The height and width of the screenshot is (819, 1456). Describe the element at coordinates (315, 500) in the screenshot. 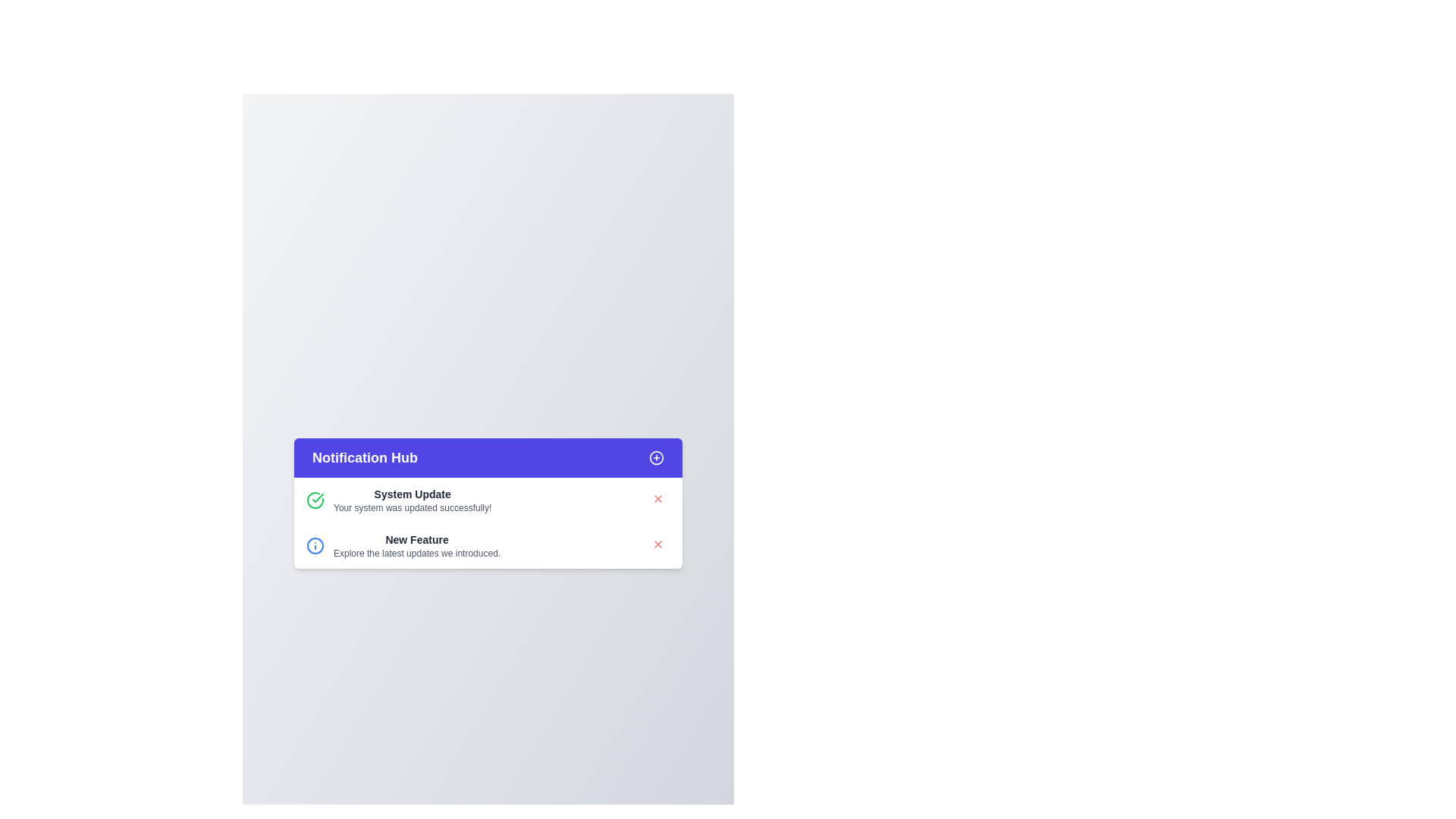

I see `the success update icon located to the left of the 'System Update' text, which indicates that the system update was completed successfully` at that location.